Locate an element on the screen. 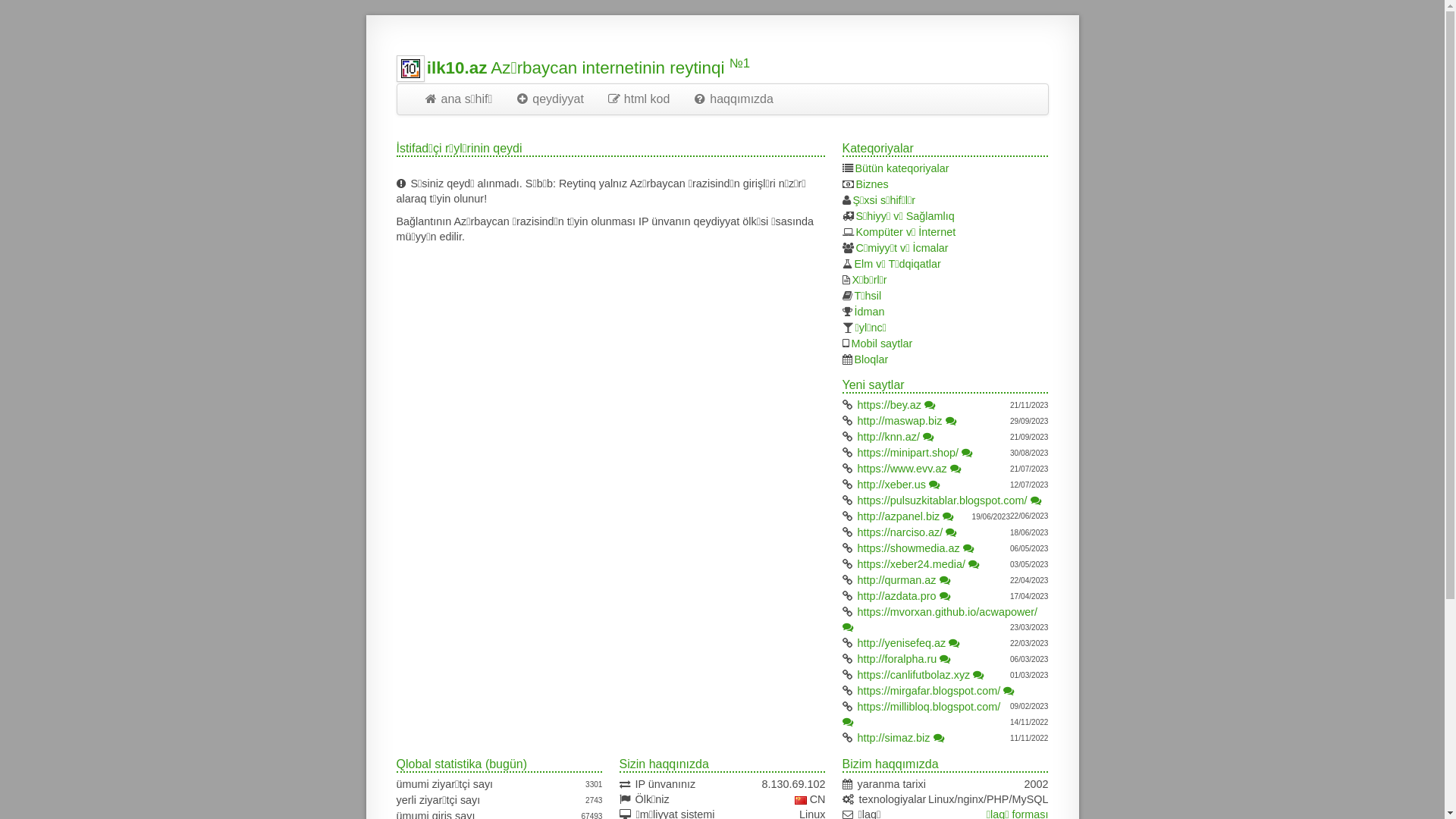 Image resolution: width=1456 pixels, height=819 pixels. 'https://bey.az' is located at coordinates (858, 403).